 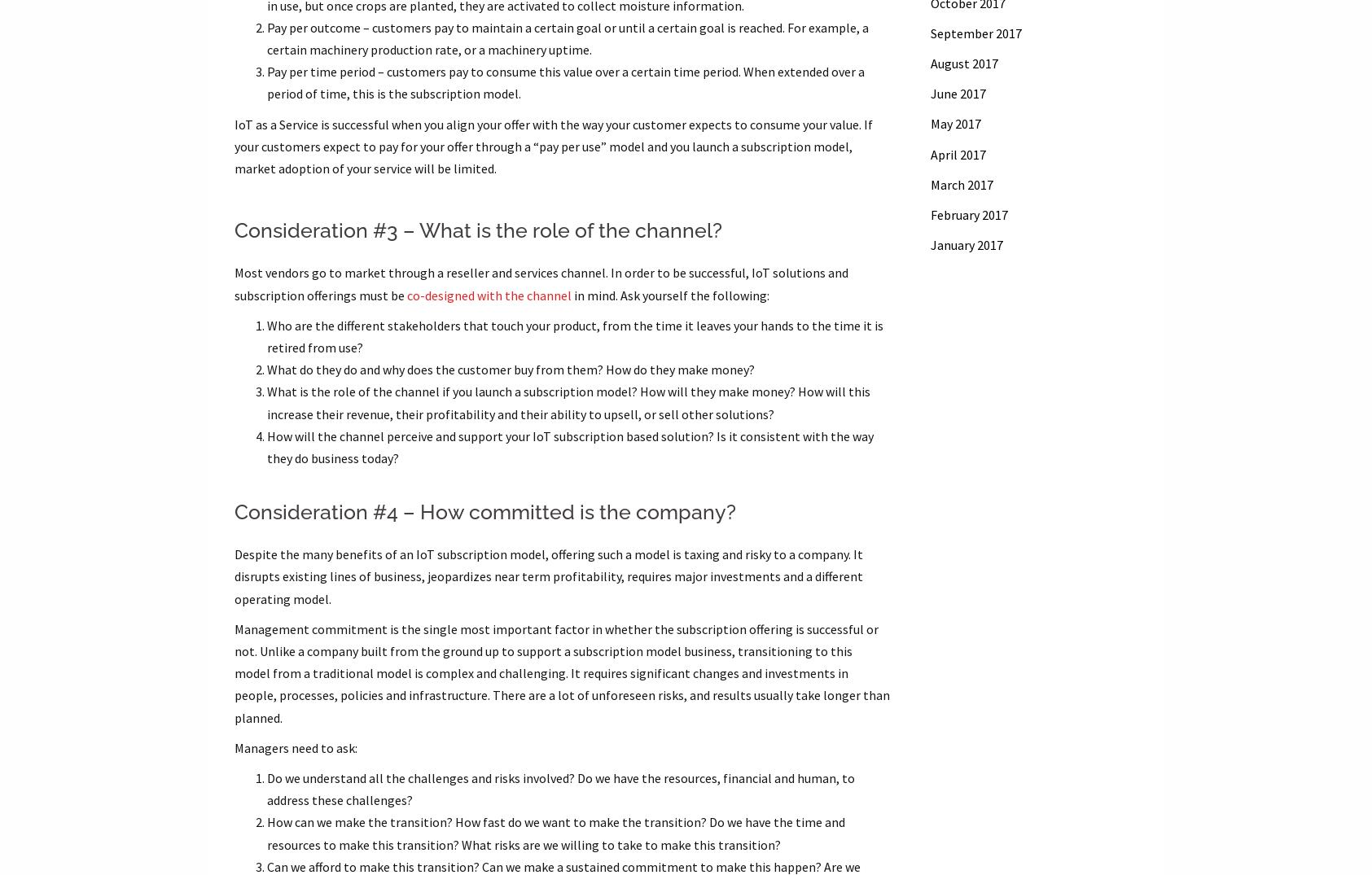 What do you see at coordinates (568, 446) in the screenshot?
I see `'How will the channel perceive and support your IoT subscription based solution? Is it consistent with the way they do business today?'` at bounding box center [568, 446].